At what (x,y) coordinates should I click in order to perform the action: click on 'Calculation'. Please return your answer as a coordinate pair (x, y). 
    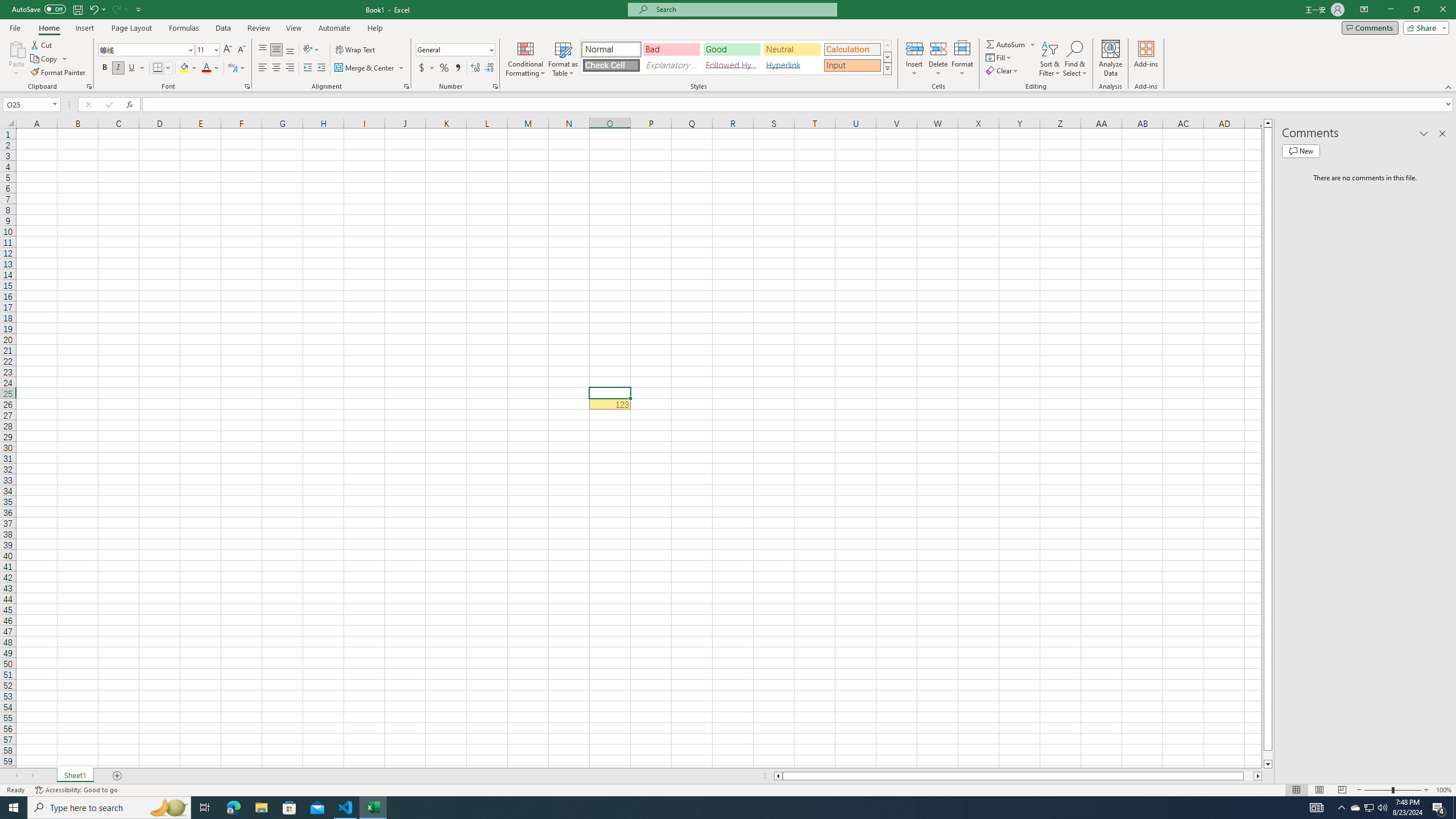
    Looking at the image, I should click on (851, 49).